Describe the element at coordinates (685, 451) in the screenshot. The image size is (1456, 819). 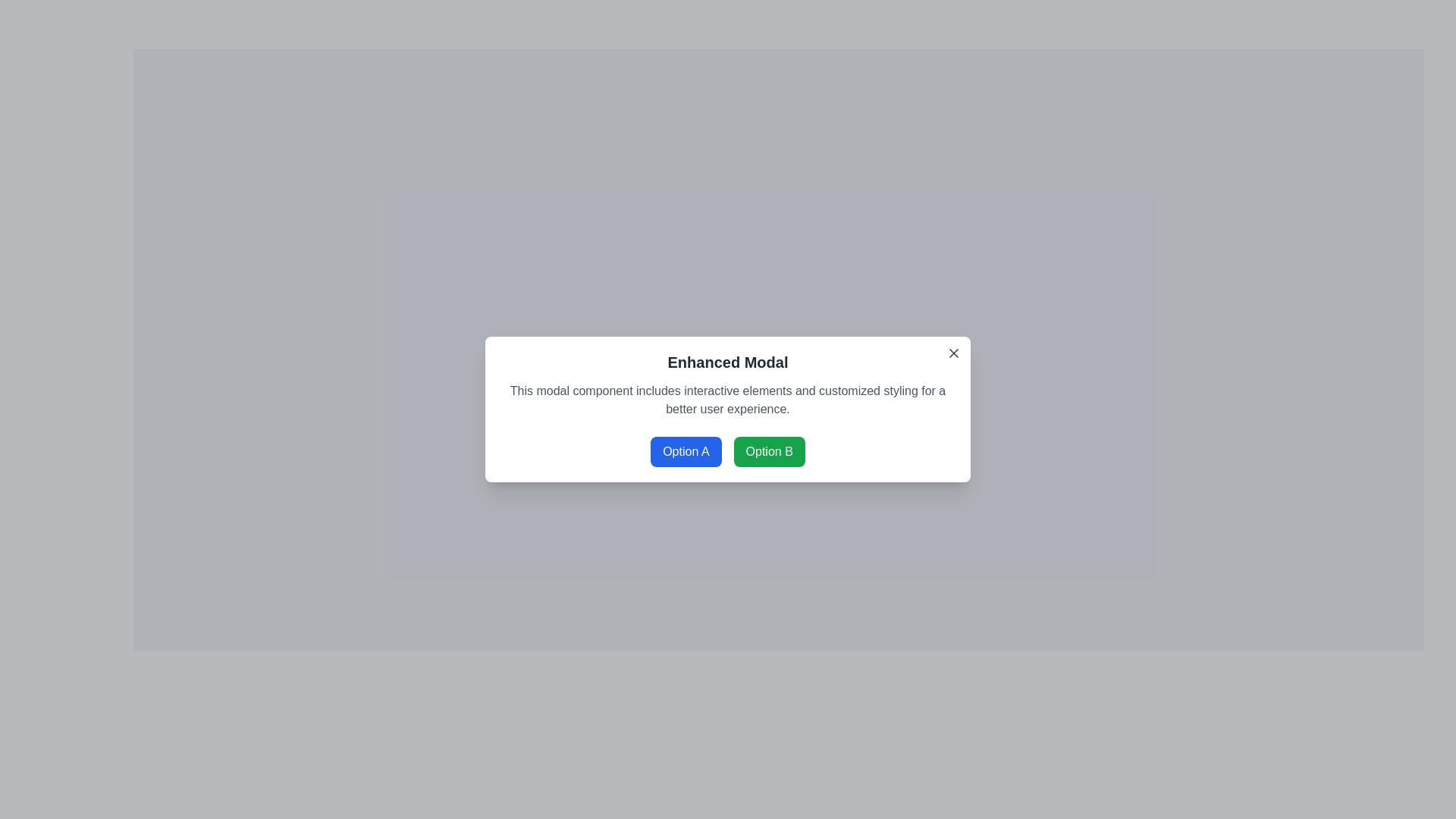
I see `the 'Option A' button located at the bottom left of the modal to observe the hover effect` at that location.